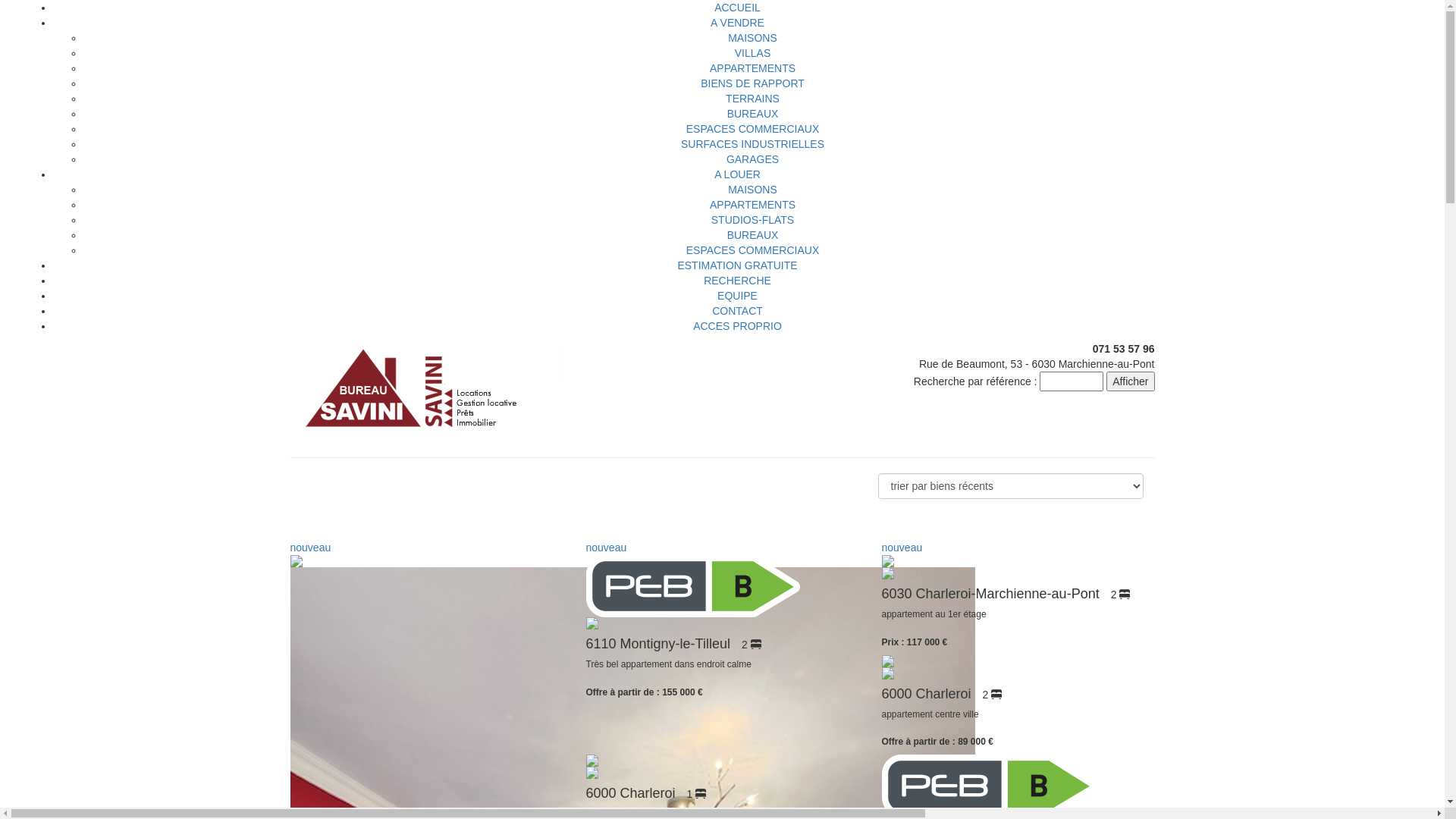 The width and height of the screenshot is (1456, 819). I want to click on 'A VENDRE', so click(709, 23).